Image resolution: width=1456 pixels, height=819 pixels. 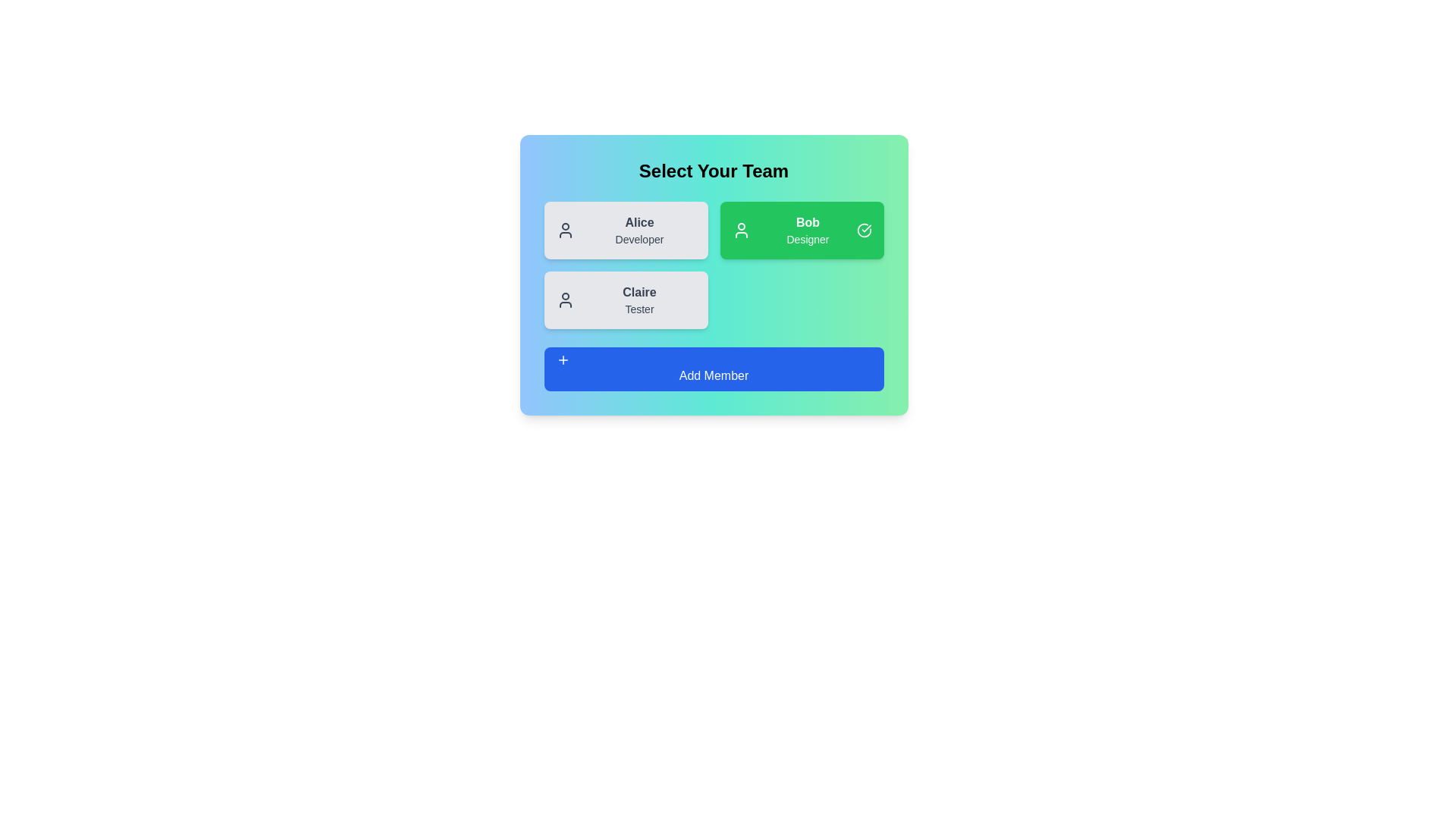 I want to click on the card of team member Bob, so click(x=801, y=231).